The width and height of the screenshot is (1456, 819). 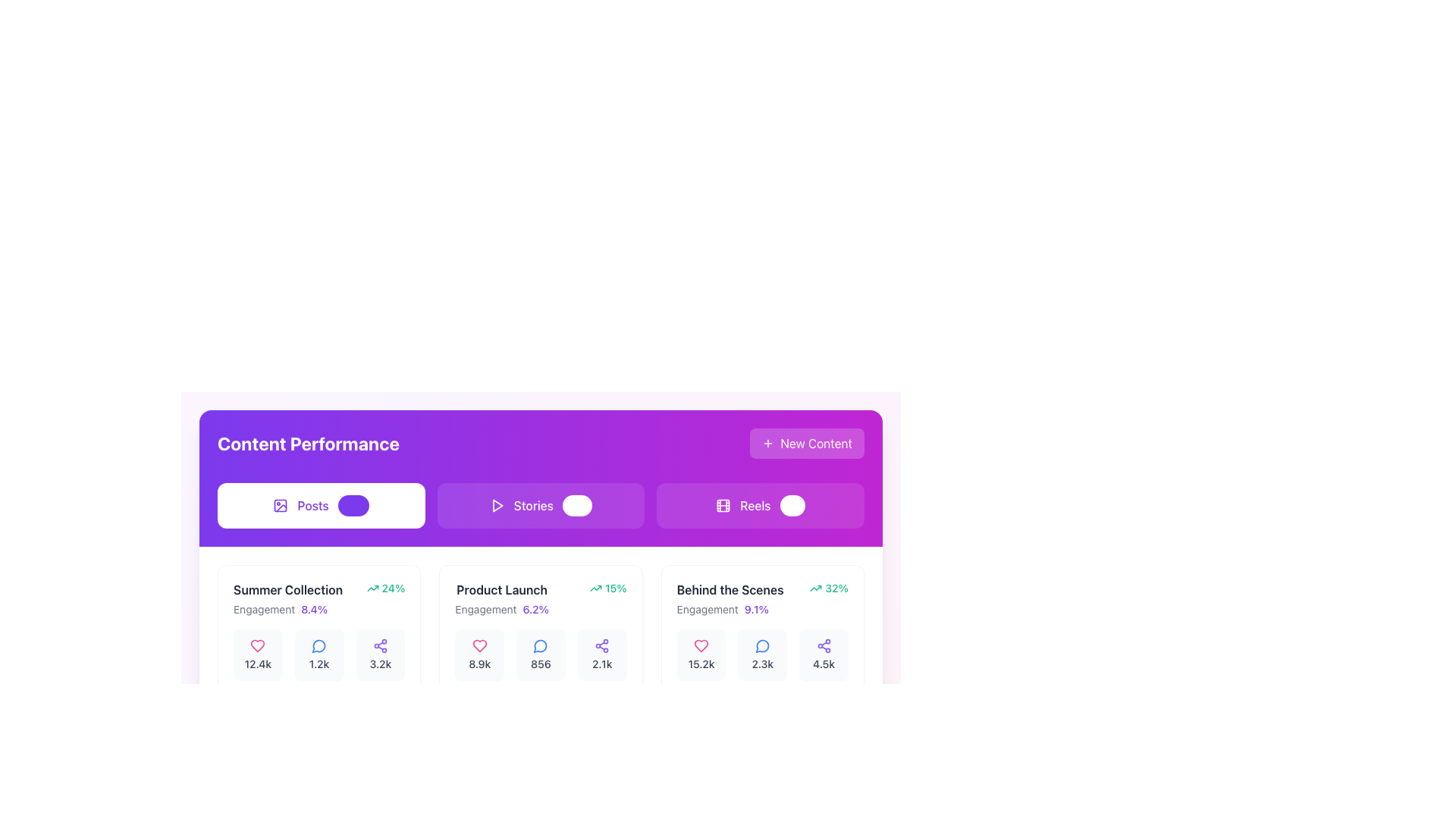 What do you see at coordinates (541, 654) in the screenshot?
I see `the numerical indicator display element that shows the count of comments or messages, which is located in the center of a horizontal triplet layout at the bottom section of the interface` at bounding box center [541, 654].